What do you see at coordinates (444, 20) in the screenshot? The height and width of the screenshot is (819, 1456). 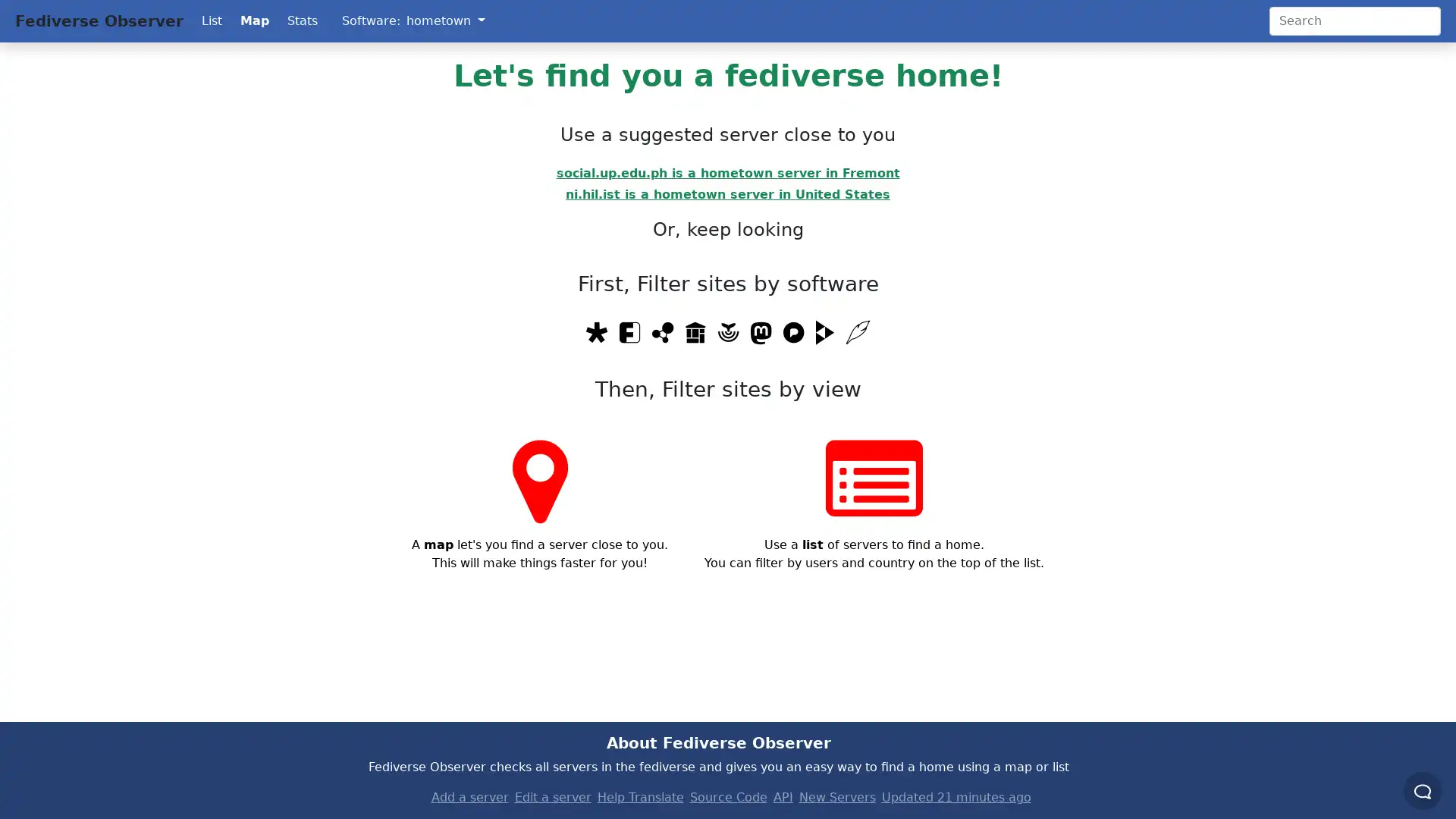 I see `hometown` at bounding box center [444, 20].